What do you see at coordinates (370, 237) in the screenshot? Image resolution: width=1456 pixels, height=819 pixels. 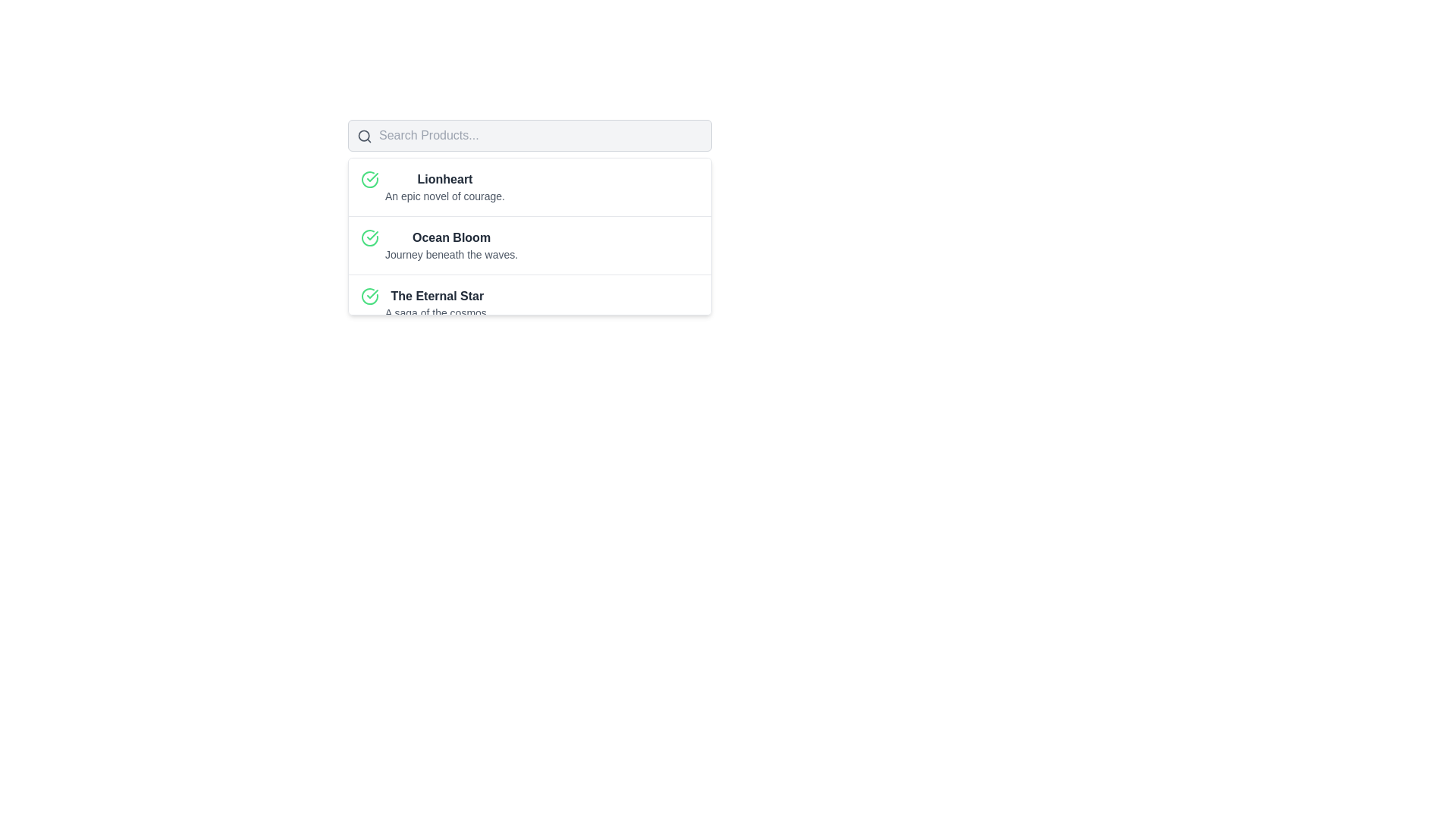 I see `the circular green check icon with a tick mark, located to the left of the 'Ocean Bloom' entry in the list` at bounding box center [370, 237].